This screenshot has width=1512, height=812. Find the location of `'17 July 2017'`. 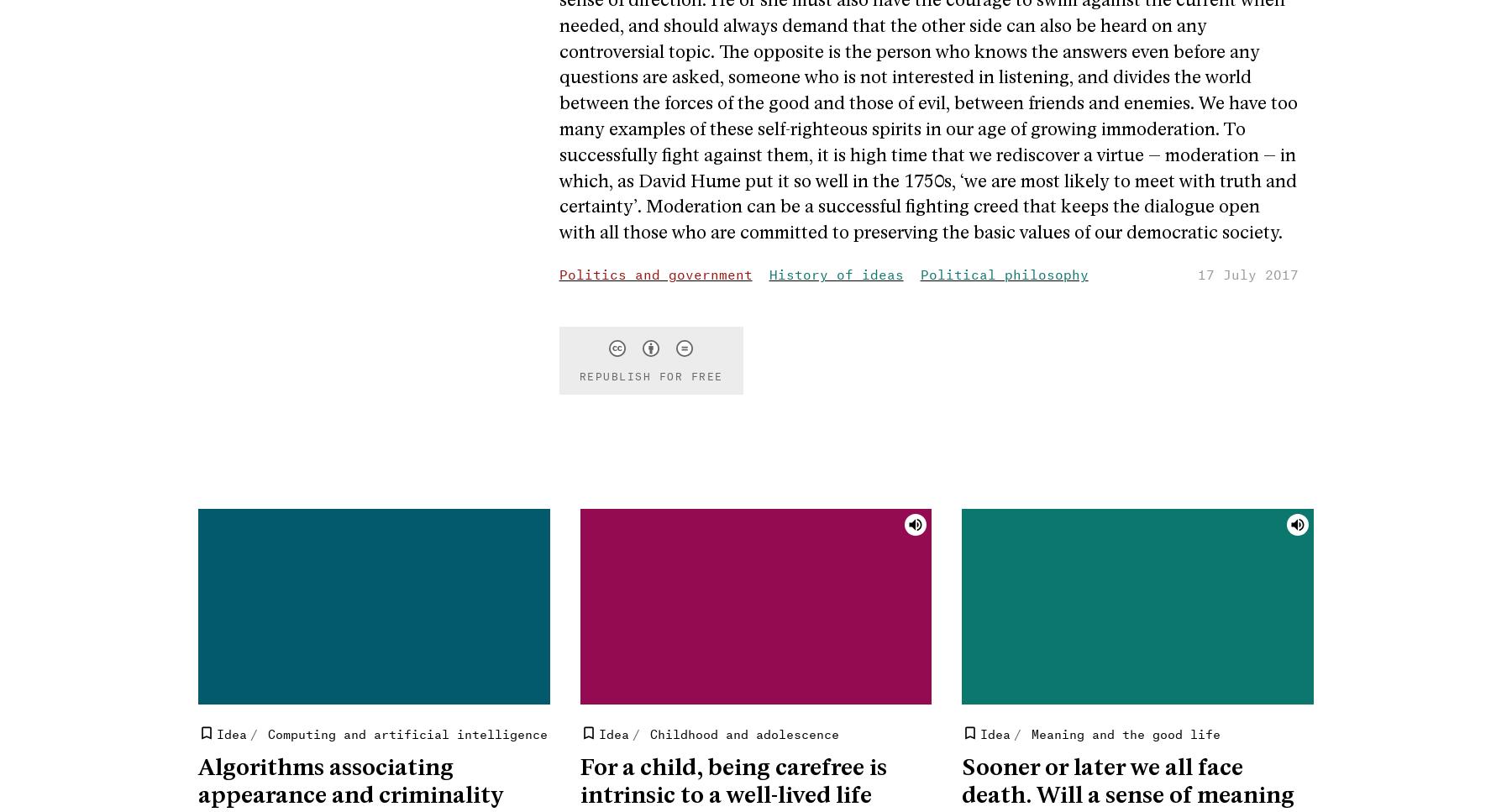

'17 July 2017' is located at coordinates (1248, 272).